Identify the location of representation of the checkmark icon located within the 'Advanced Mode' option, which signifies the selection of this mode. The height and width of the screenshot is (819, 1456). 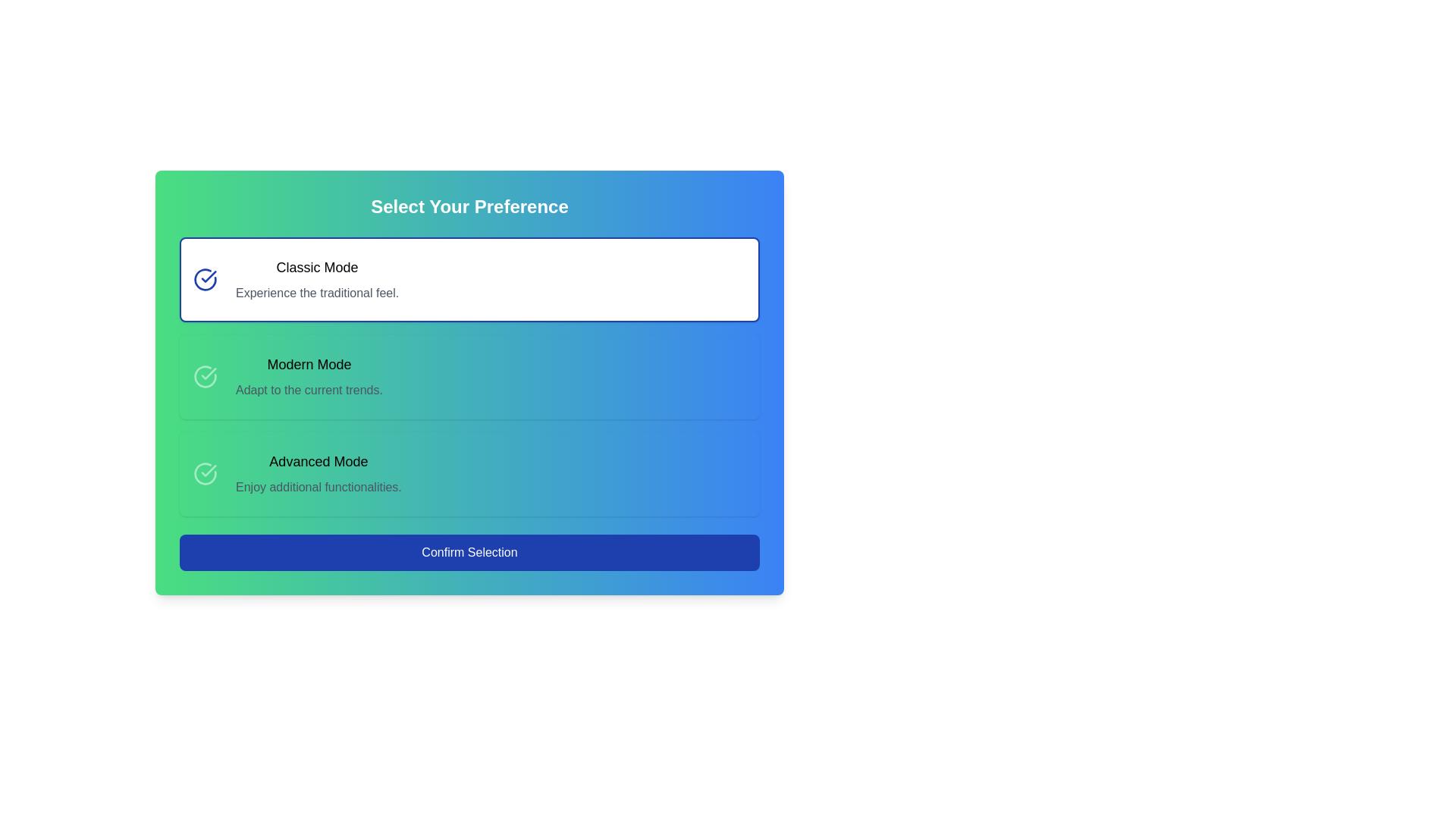
(208, 374).